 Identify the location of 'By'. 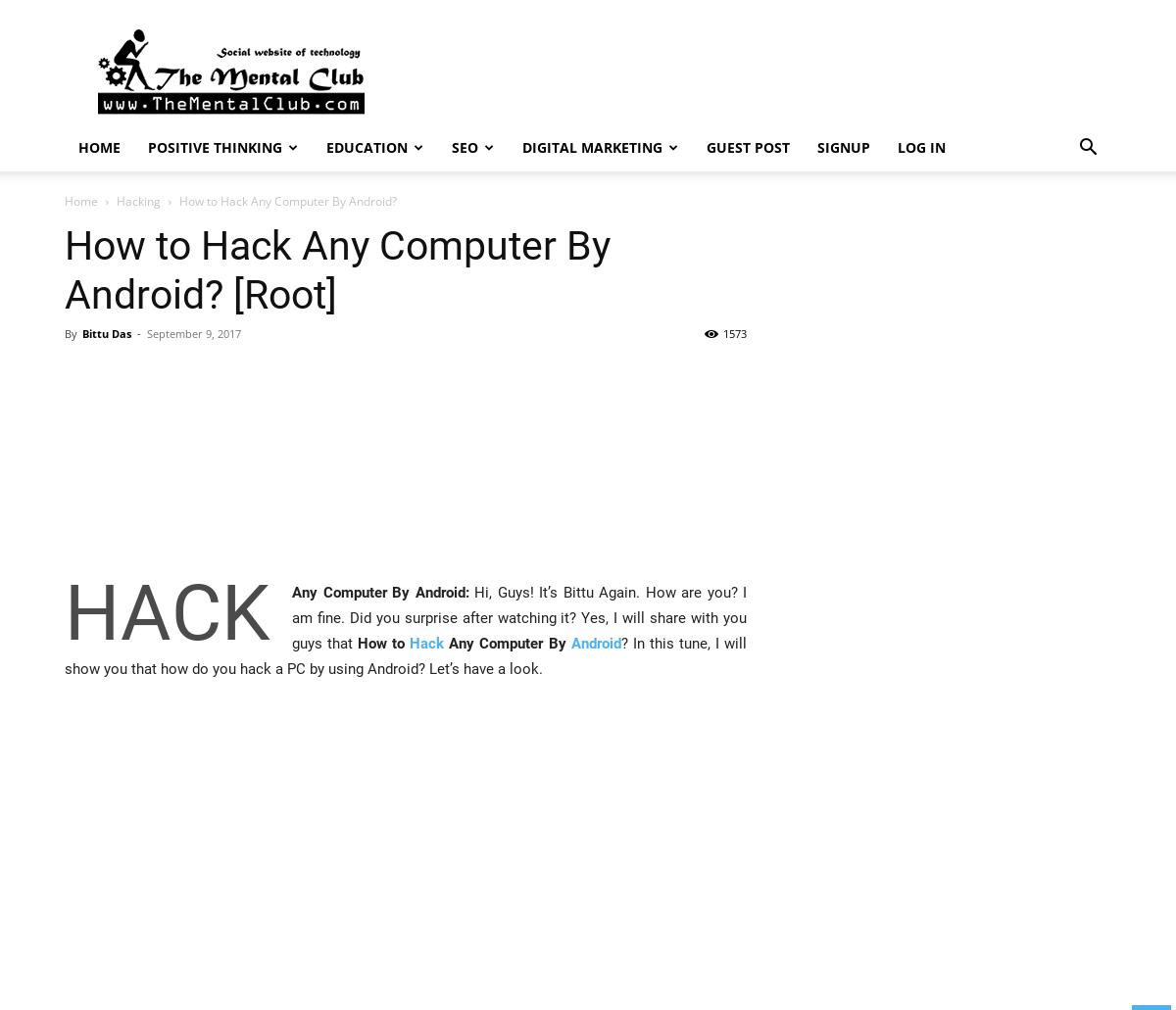
(71, 332).